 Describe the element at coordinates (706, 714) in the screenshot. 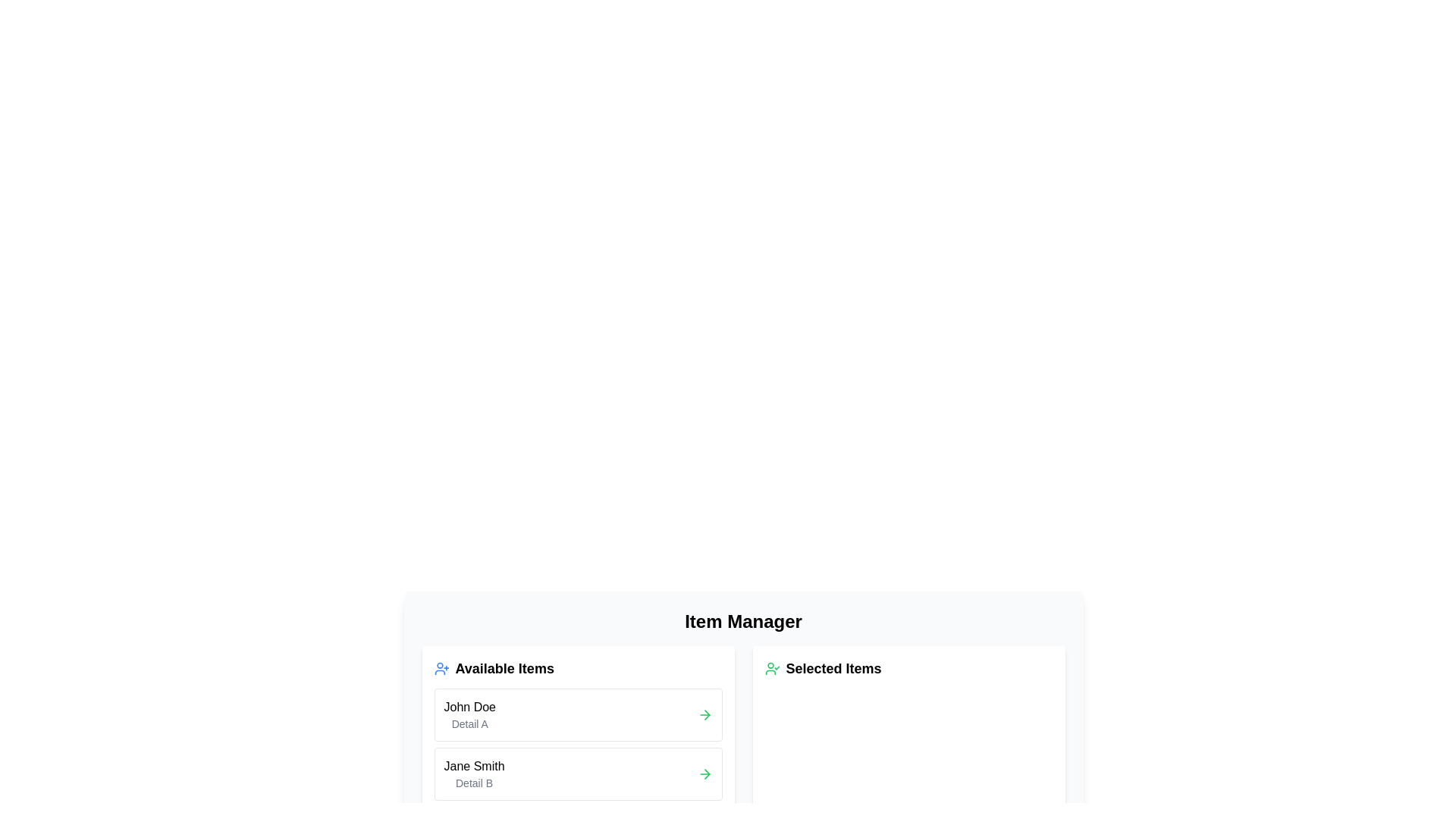

I see `the chevron-shaped right arrow icon located at the extreme right edge of the user entry labeled 'Jane Smith - Detail B'` at that location.